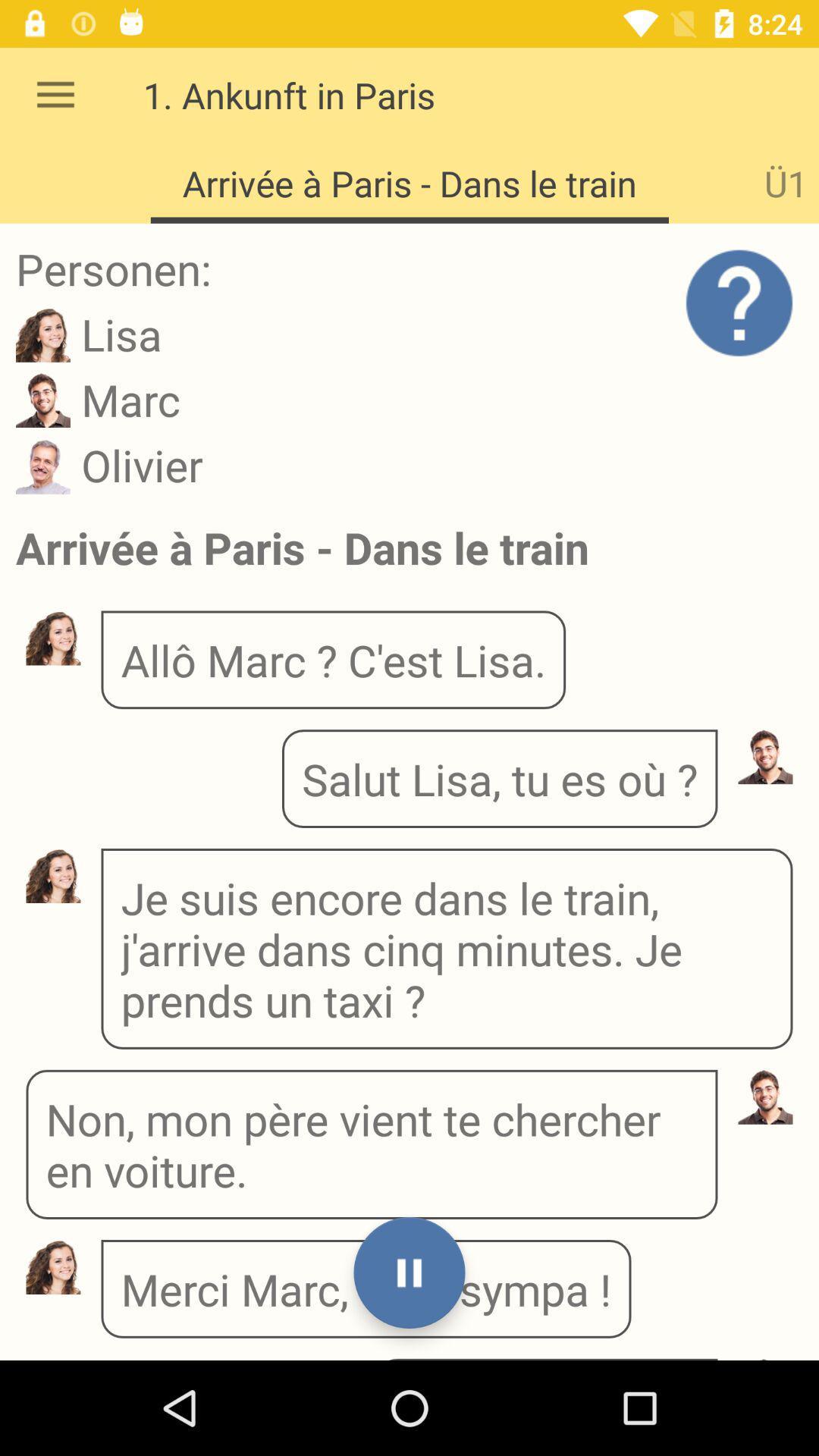 Image resolution: width=819 pixels, height=1456 pixels. Describe the element at coordinates (765, 1097) in the screenshot. I see `the avatar icon` at that location.